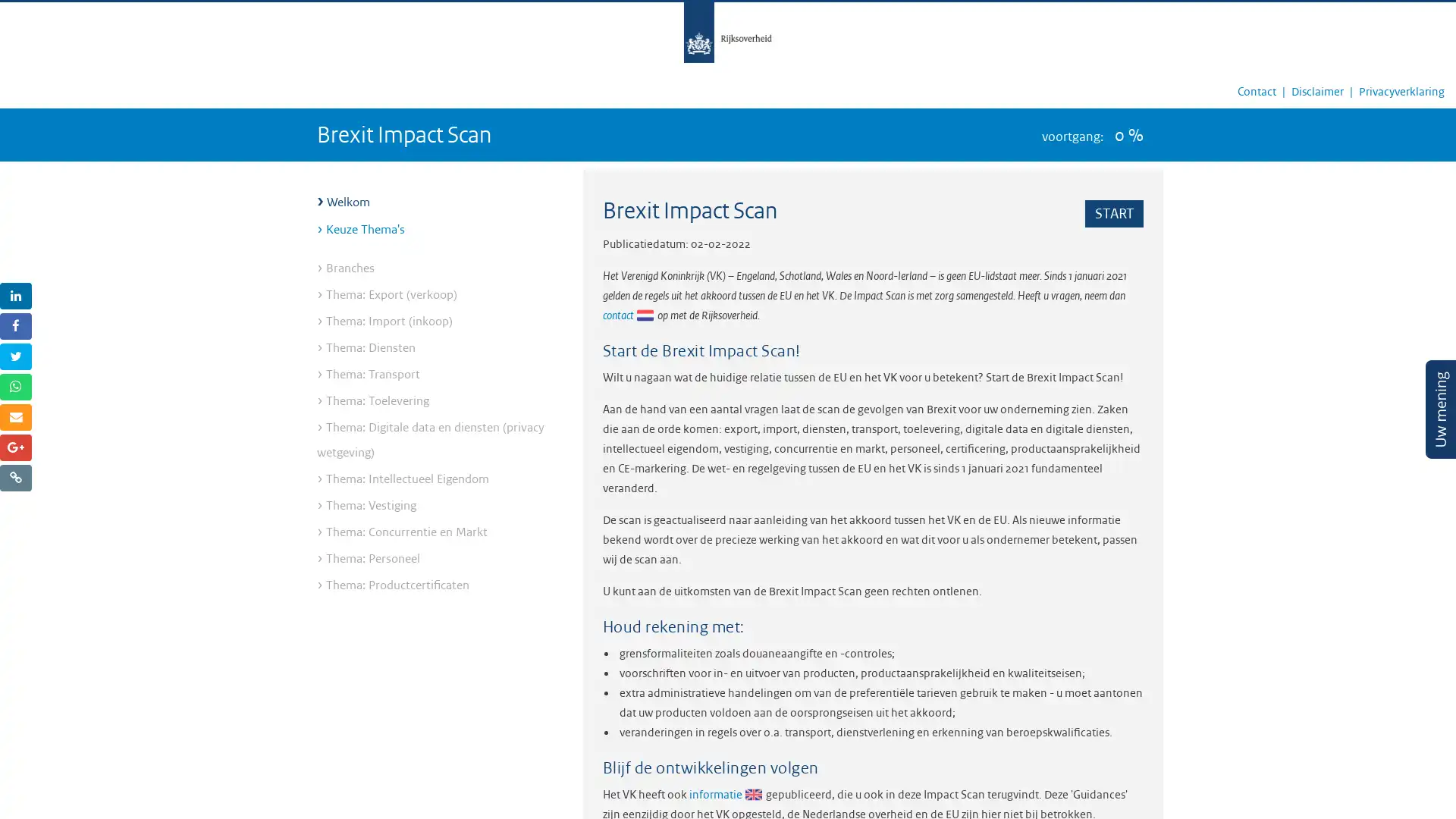 This screenshot has width=1456, height=819. What do you see at coordinates (436, 584) in the screenshot?
I see `Thema: Productcertificaten` at bounding box center [436, 584].